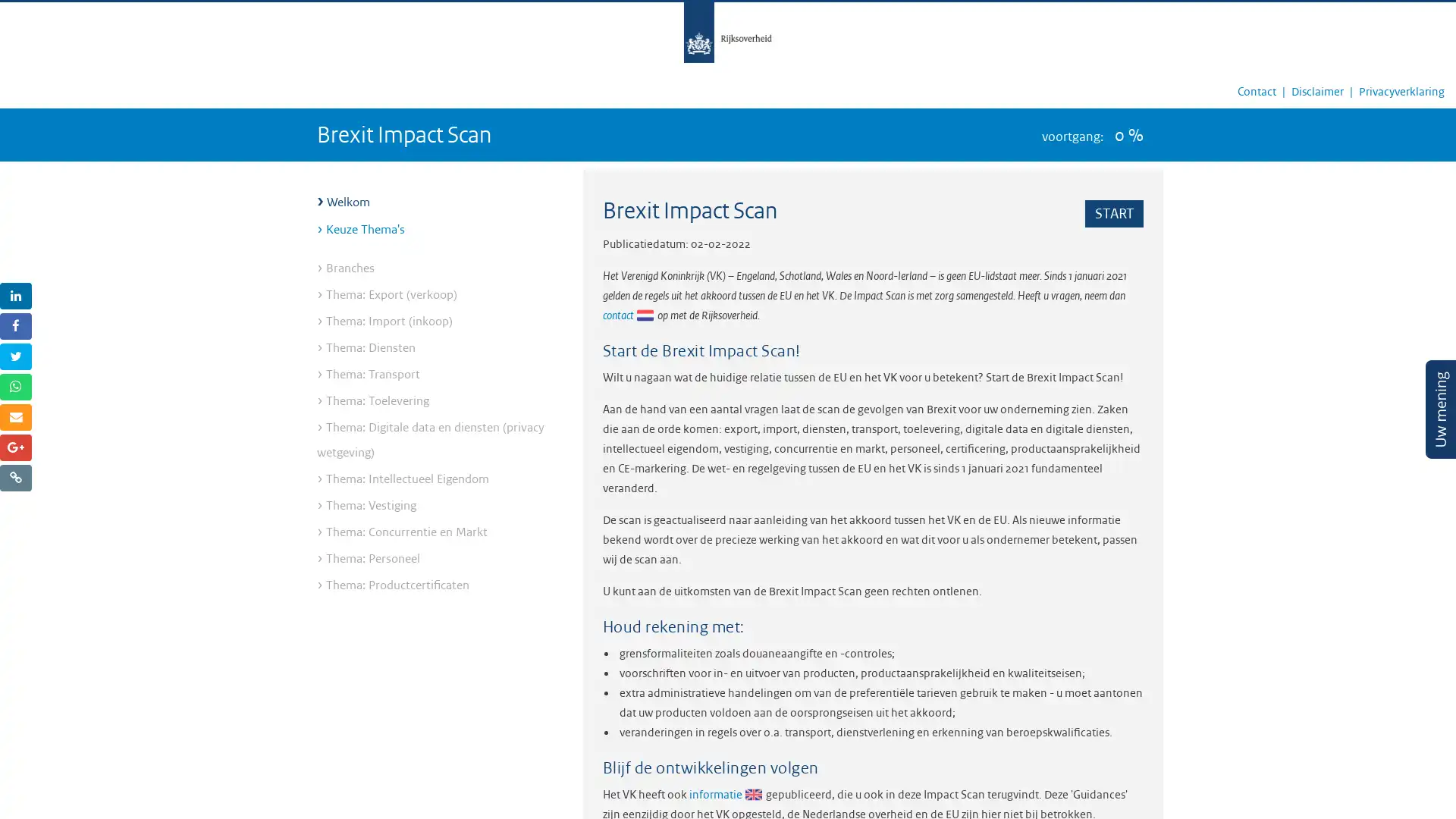 This screenshot has width=1456, height=819. What do you see at coordinates (436, 584) in the screenshot?
I see `Thema: Productcertificaten` at bounding box center [436, 584].